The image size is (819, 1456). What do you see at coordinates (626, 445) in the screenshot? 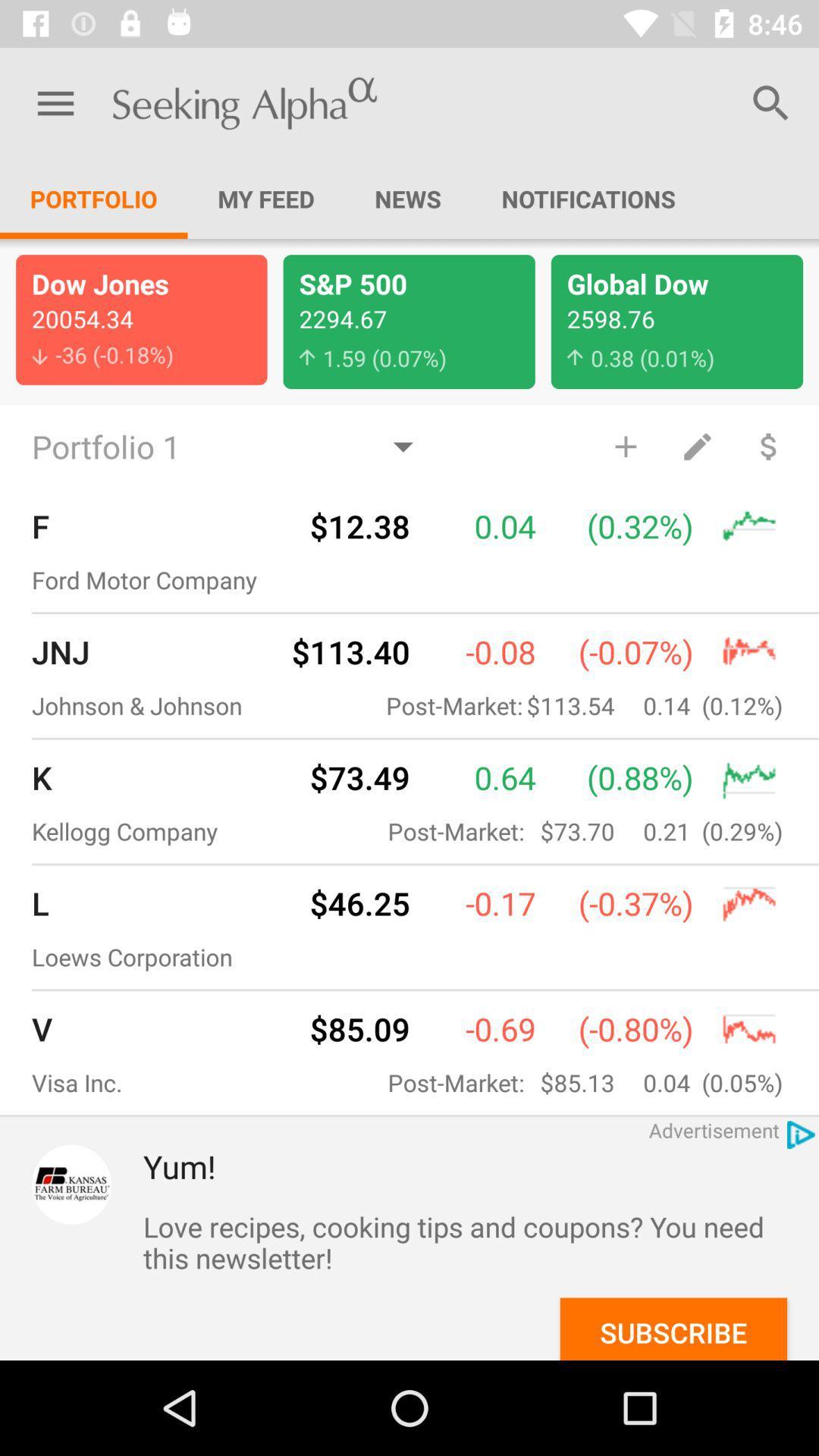
I see `stock to portfolio` at bounding box center [626, 445].